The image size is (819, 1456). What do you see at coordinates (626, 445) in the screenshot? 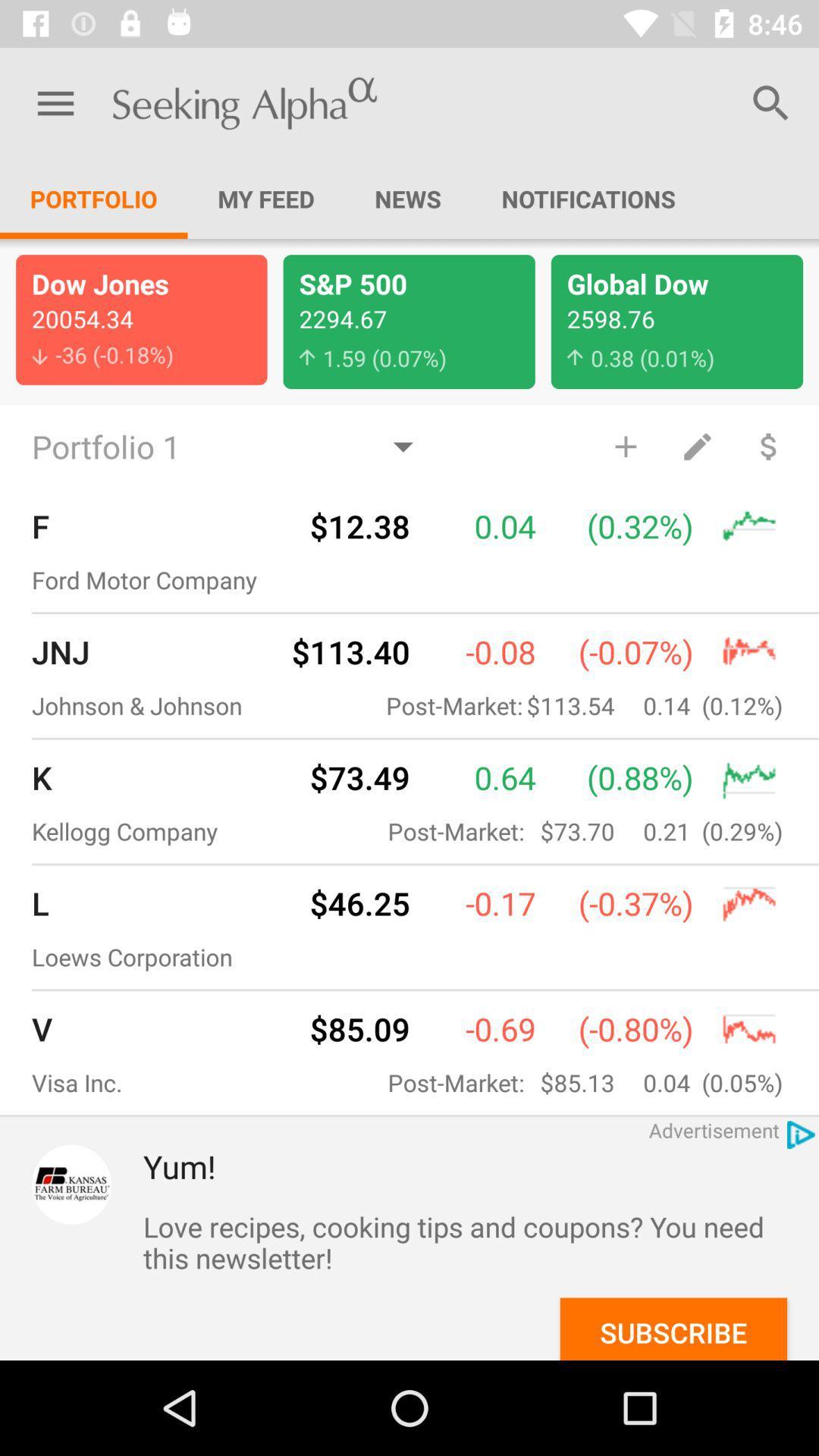
I see `stock to portfolio` at bounding box center [626, 445].